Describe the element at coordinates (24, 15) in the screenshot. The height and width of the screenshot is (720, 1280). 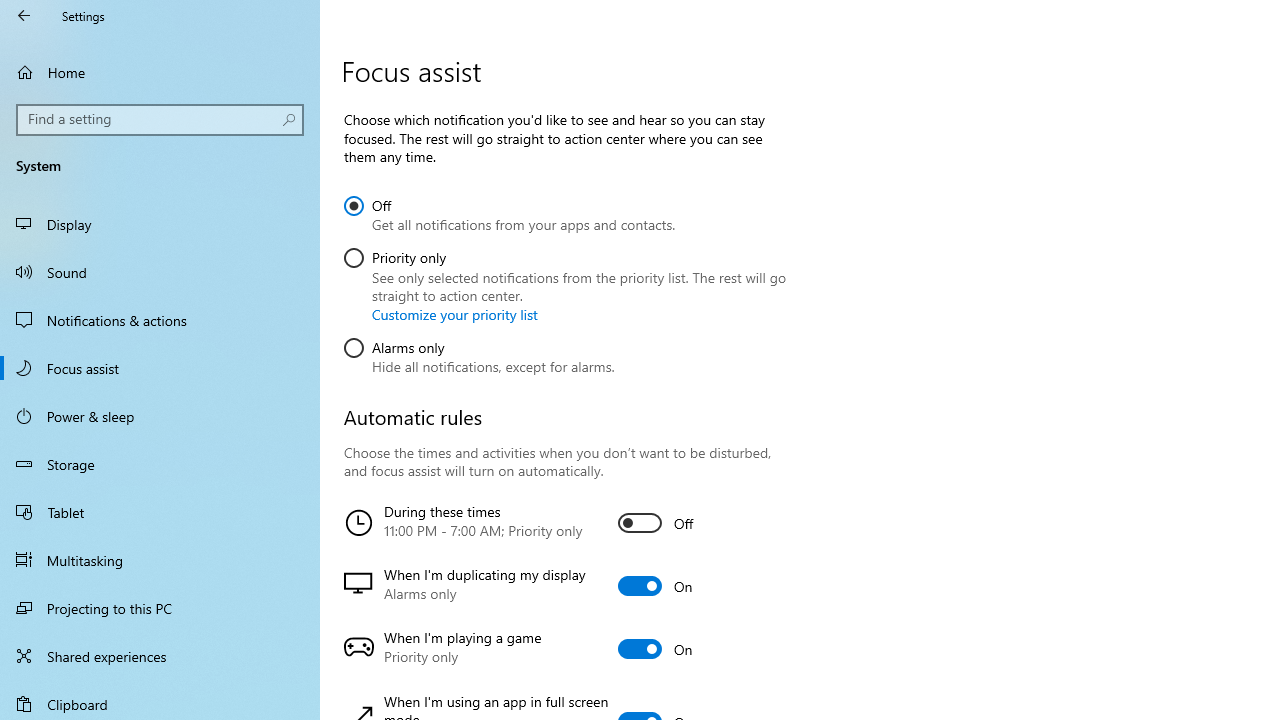
I see `'Back'` at that location.